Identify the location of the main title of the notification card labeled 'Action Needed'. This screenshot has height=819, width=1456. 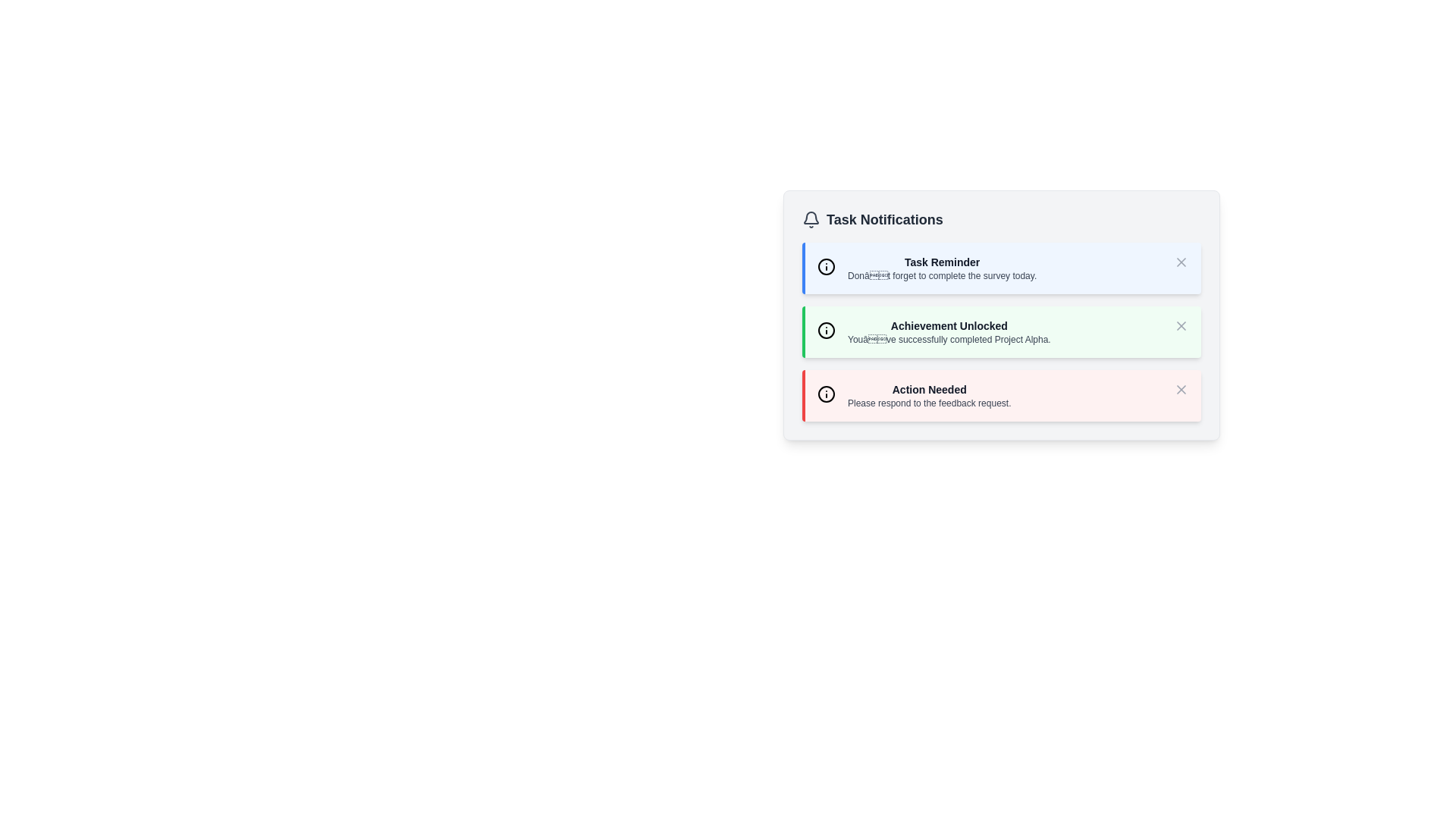
(928, 388).